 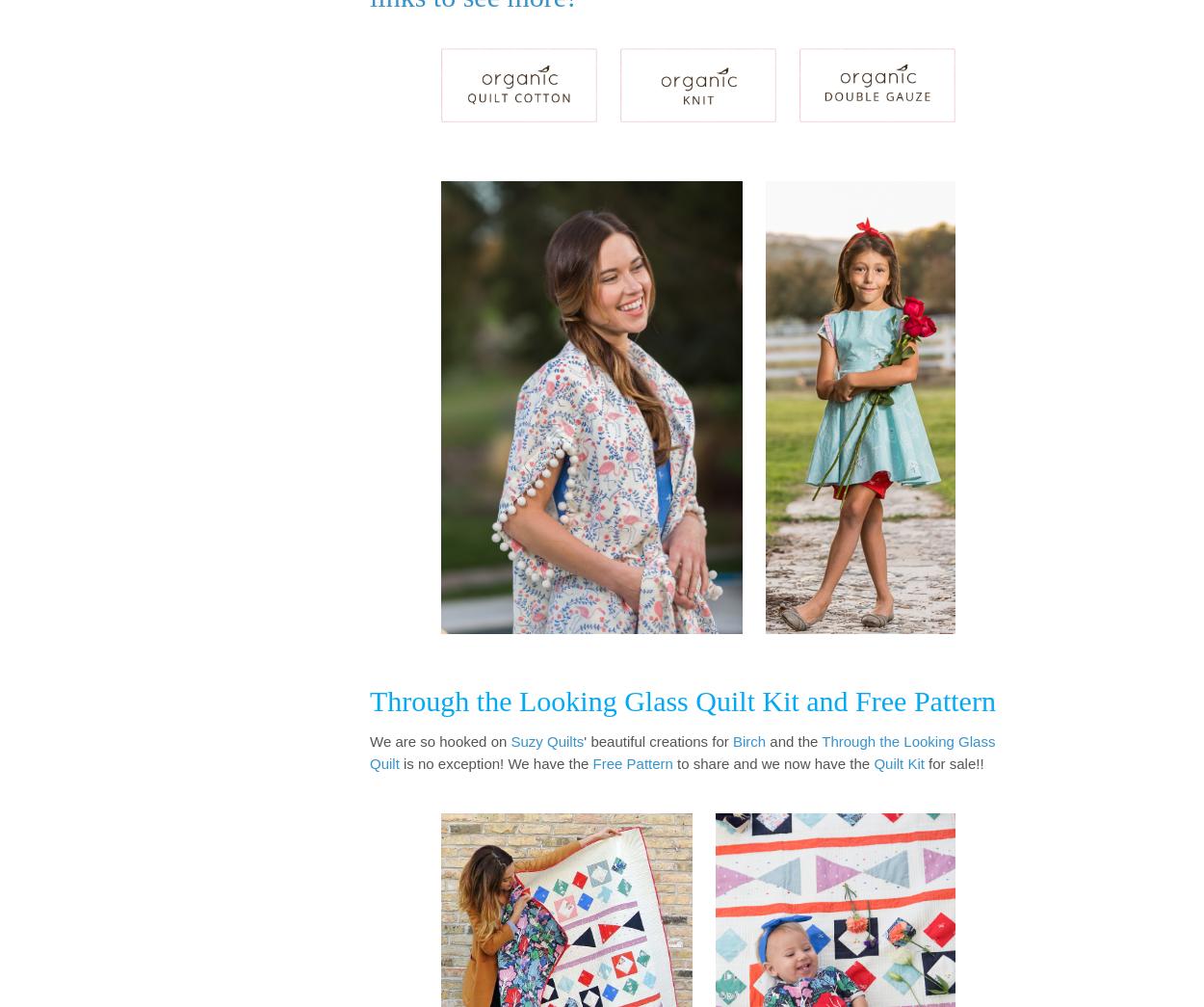 I want to click on 'is no exception! We have the', so click(x=399, y=762).